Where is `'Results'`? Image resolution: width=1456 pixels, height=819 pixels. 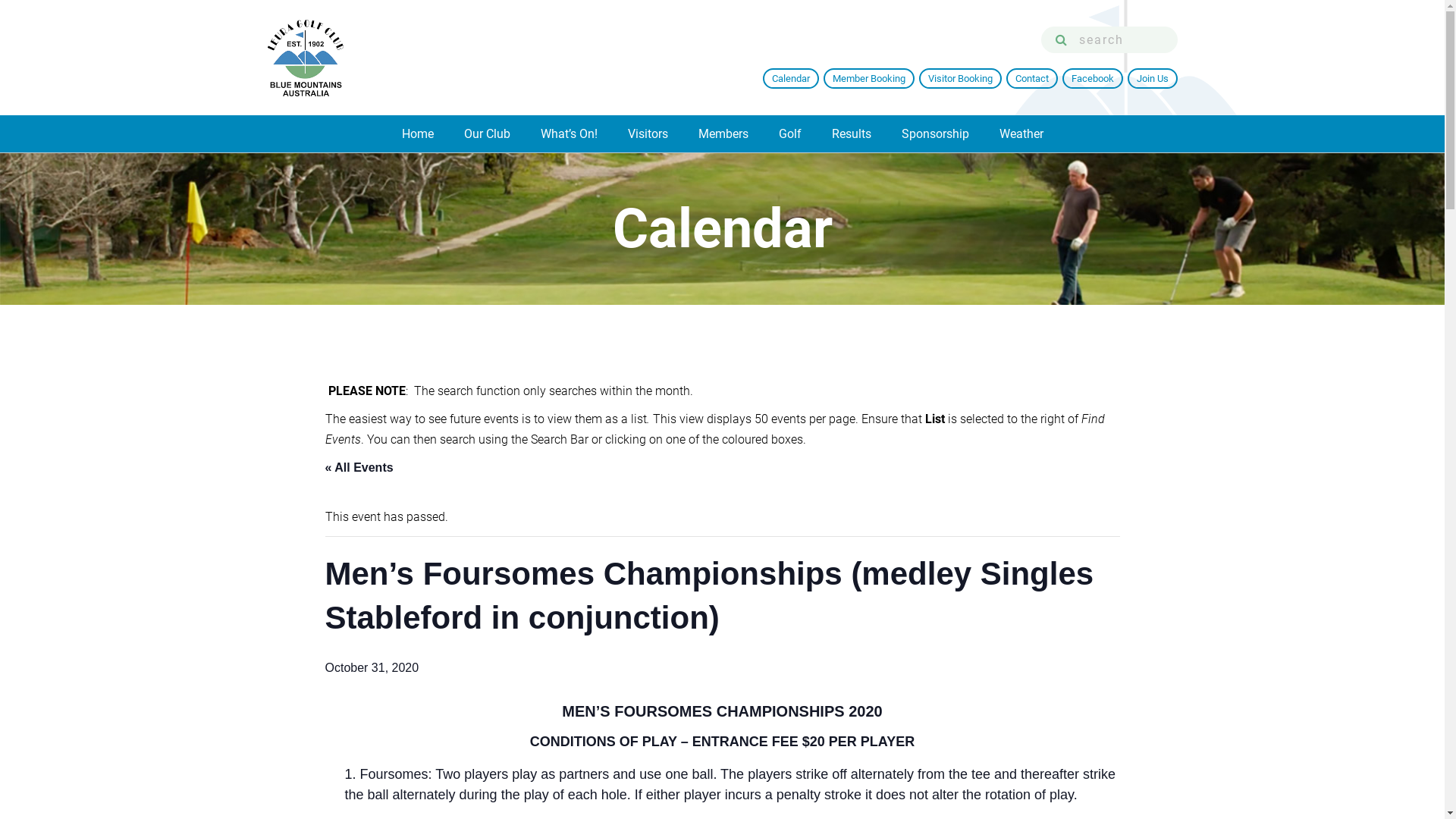
'Results' is located at coordinates (814, 133).